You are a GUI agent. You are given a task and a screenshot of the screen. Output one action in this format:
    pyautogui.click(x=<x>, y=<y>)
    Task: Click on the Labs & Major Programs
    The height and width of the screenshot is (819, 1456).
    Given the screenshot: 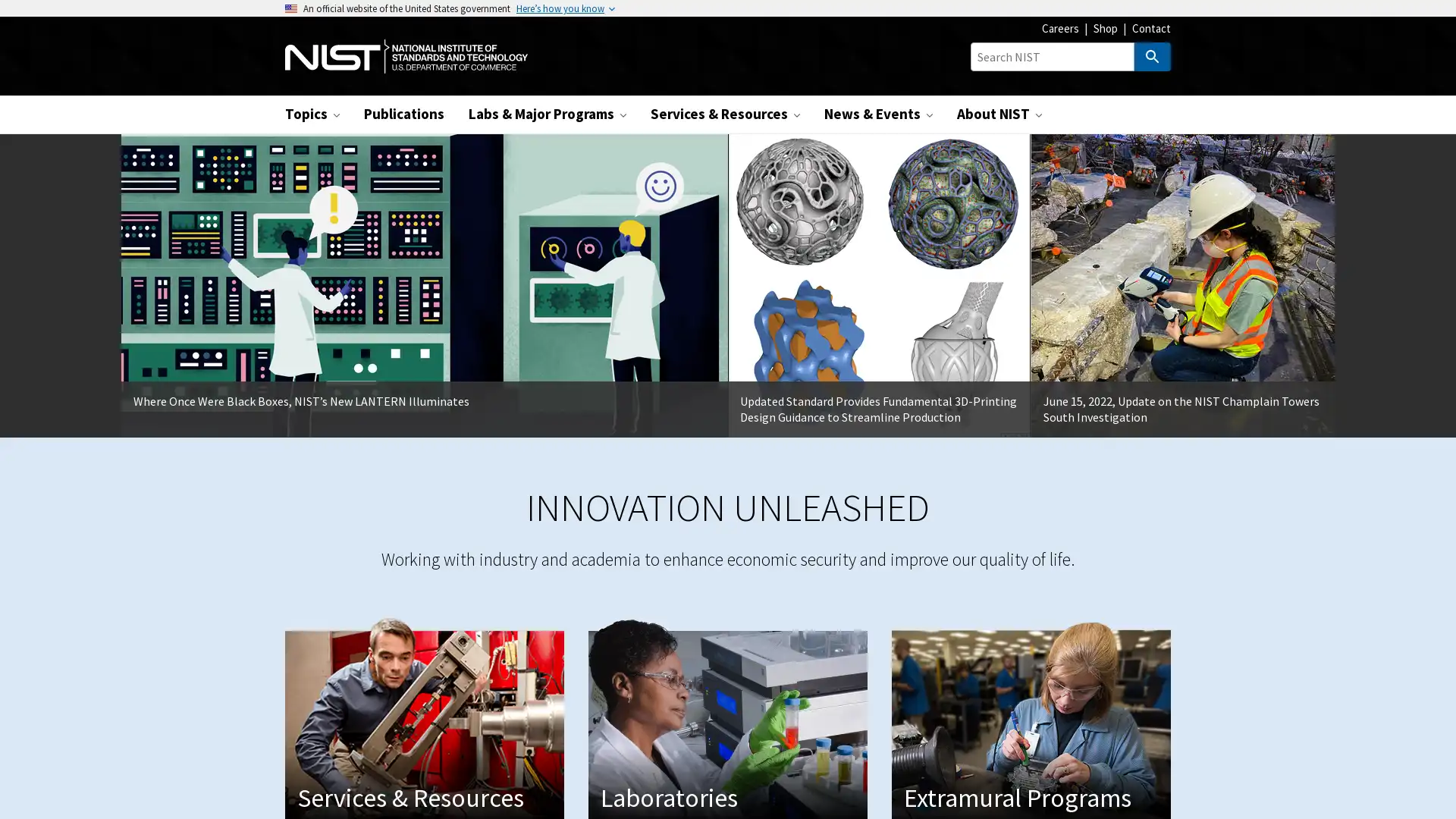 What is the action you would take?
    pyautogui.click(x=546, y=113)
    